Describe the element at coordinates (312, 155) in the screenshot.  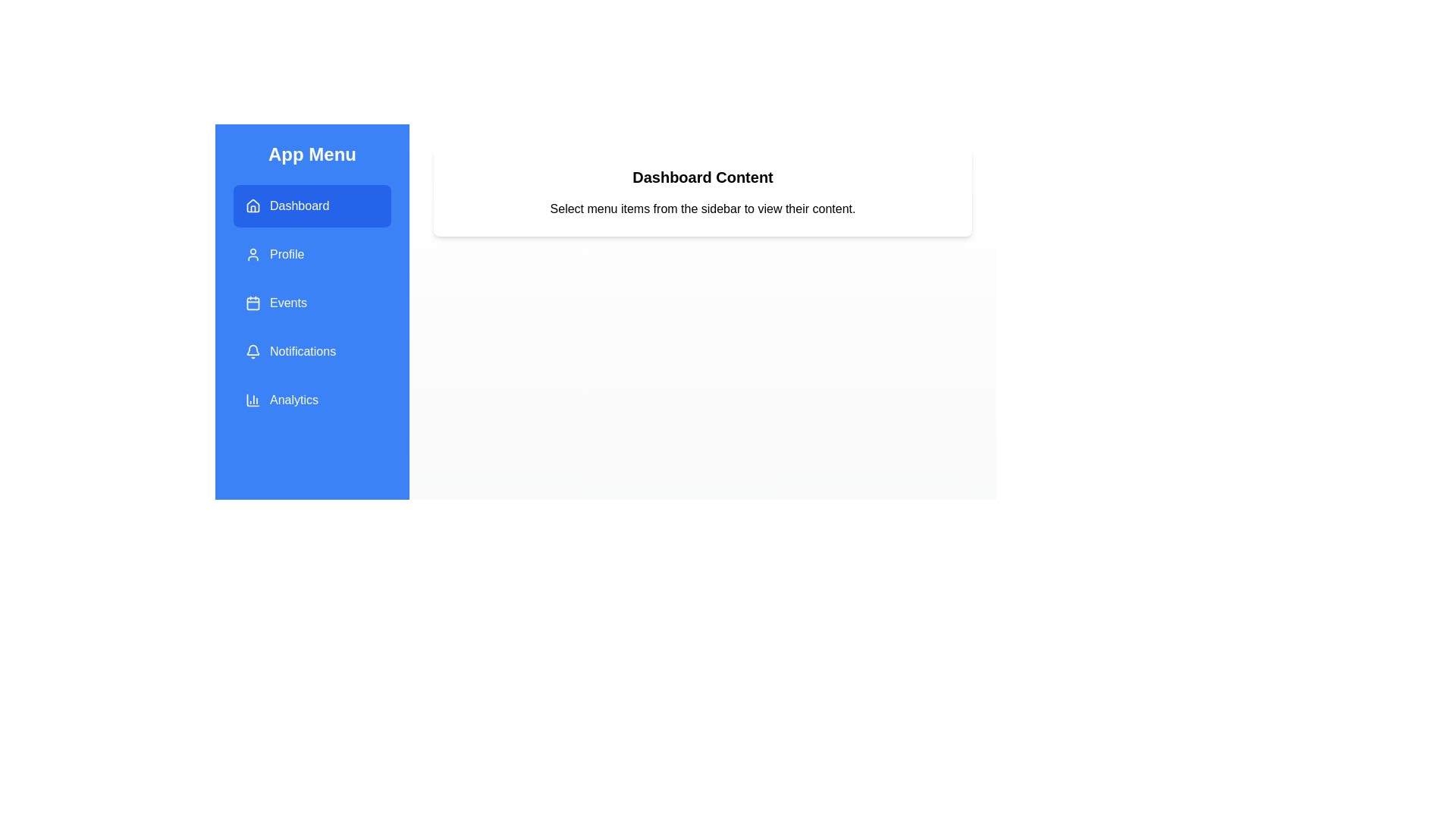
I see `the 'App Menu' title in the sidebar` at that location.